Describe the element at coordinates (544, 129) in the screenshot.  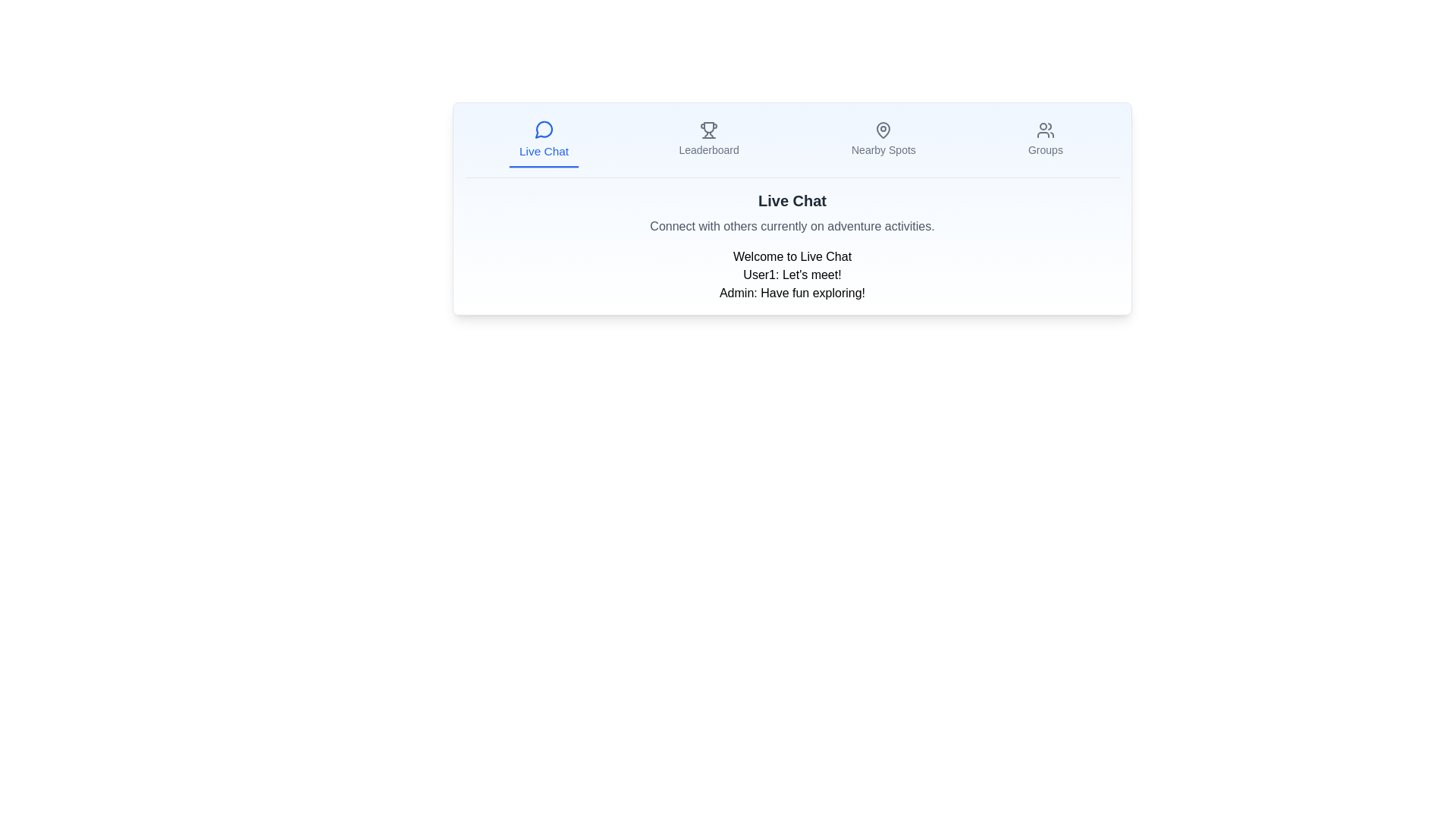
I see `the 'Chat' or 'Messaging' icon located in the navigation bar at the top of the interface, which is the first icon from the left and appears above the 'Live Chat' label` at that location.